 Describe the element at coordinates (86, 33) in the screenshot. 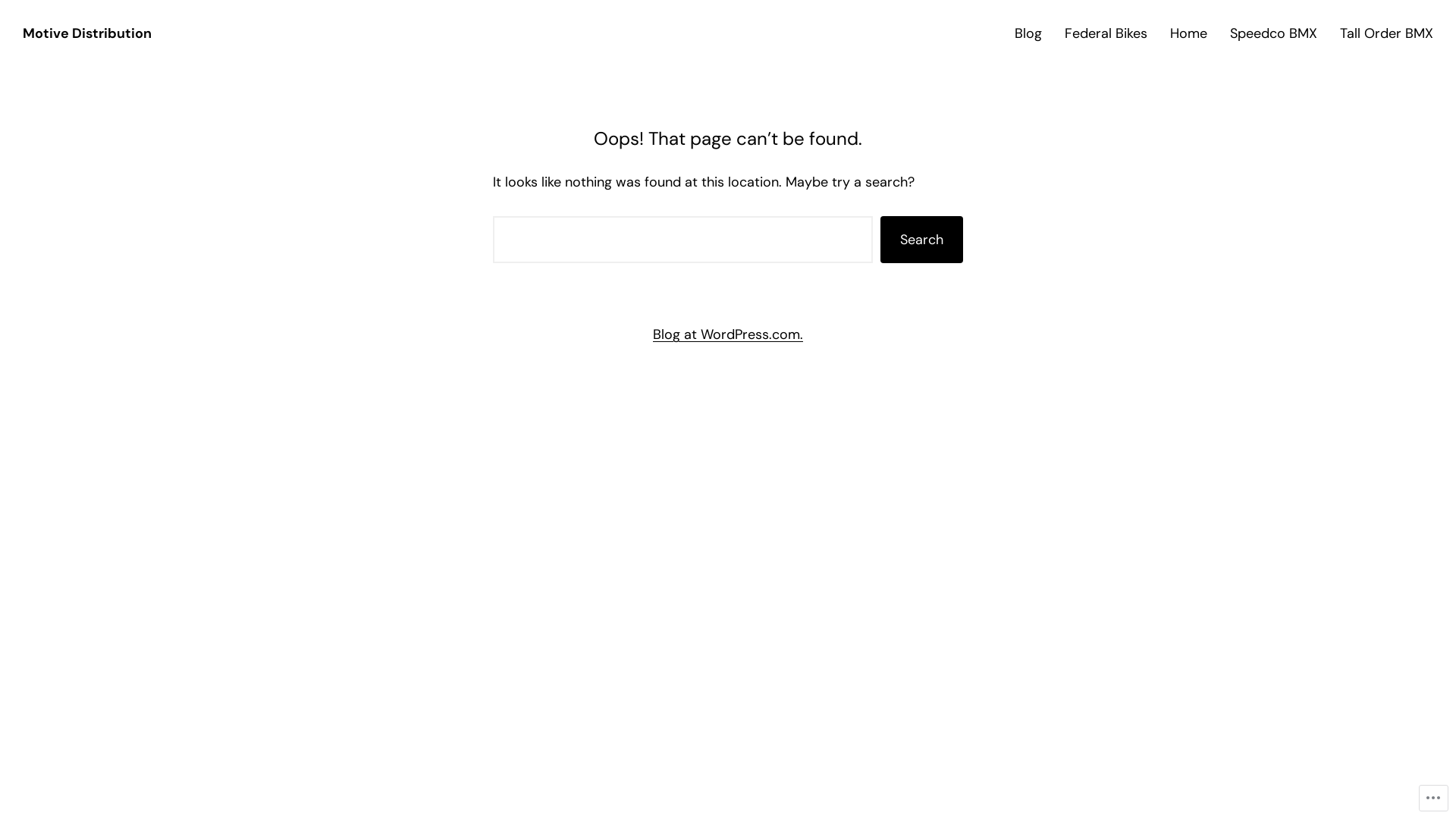

I see `'Motive Distribution'` at that location.